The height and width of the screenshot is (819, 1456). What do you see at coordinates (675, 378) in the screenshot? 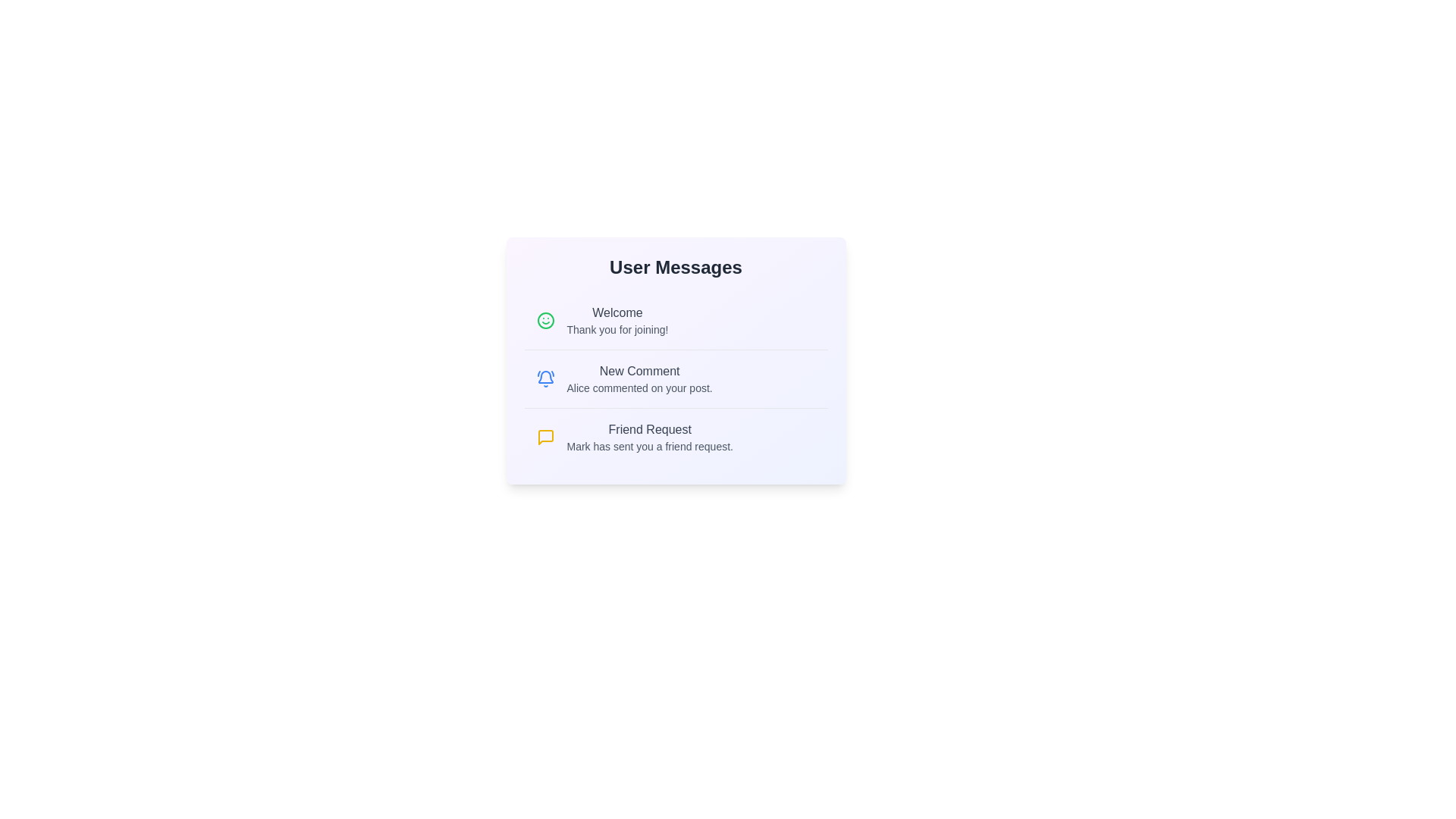
I see `the message item titled 'New Comment'` at bounding box center [675, 378].